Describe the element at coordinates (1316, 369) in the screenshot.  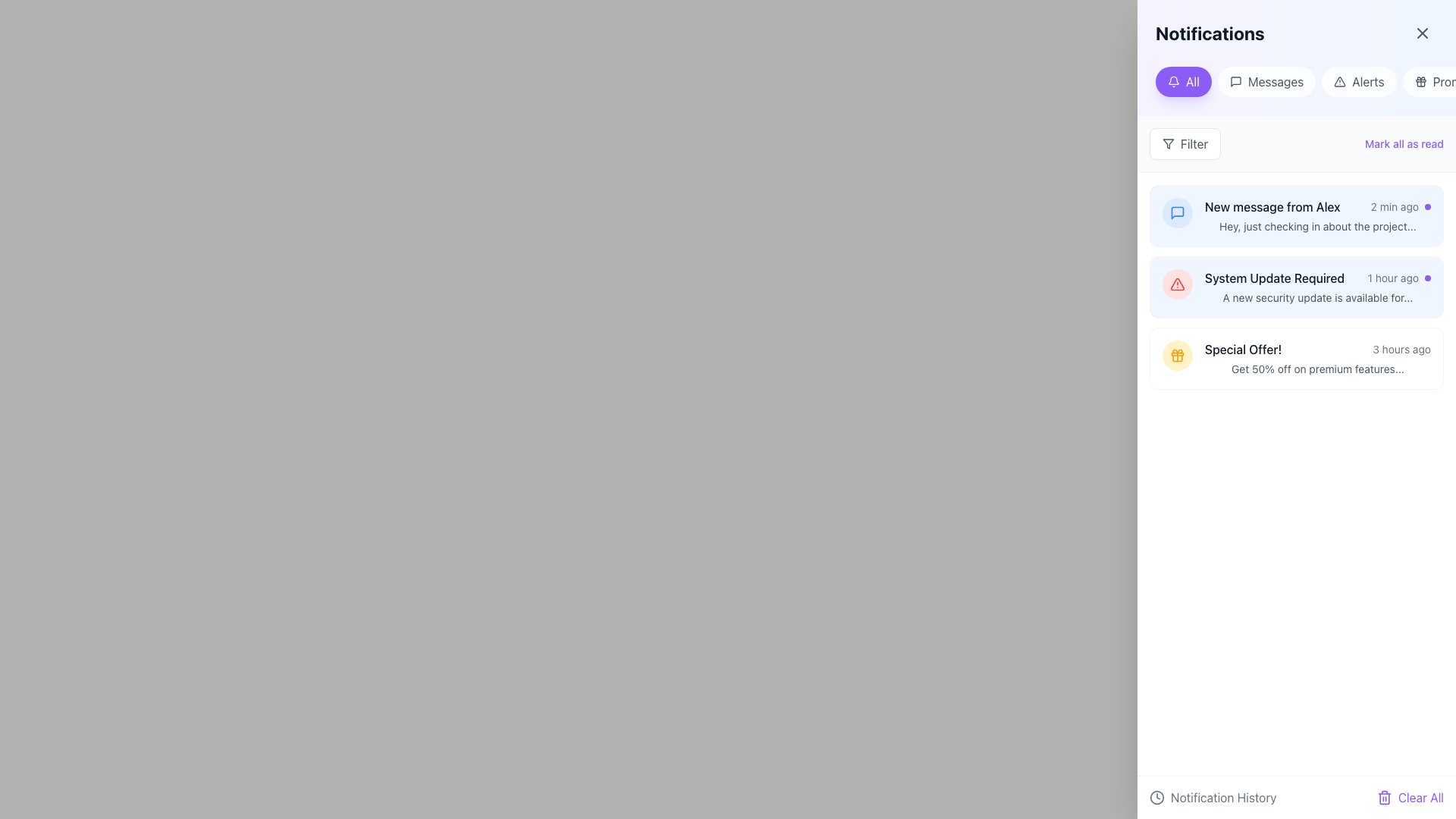
I see `the text label providing additional context related to the notification, located below the main title 'Special Offer!' in the third notification block on the right-hand side notification panel, underneath the timestamp '3 hours ago'` at that location.